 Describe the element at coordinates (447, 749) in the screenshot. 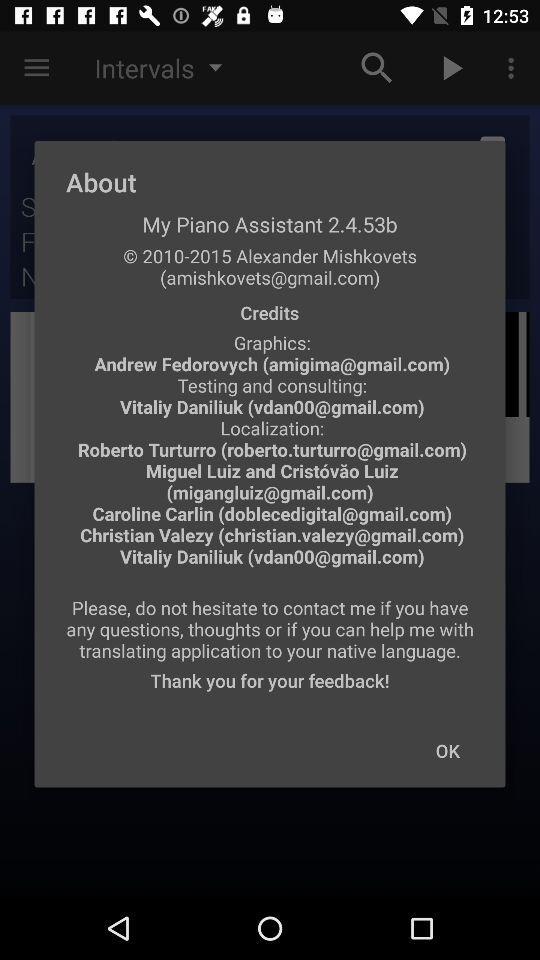

I see `the ok` at that location.